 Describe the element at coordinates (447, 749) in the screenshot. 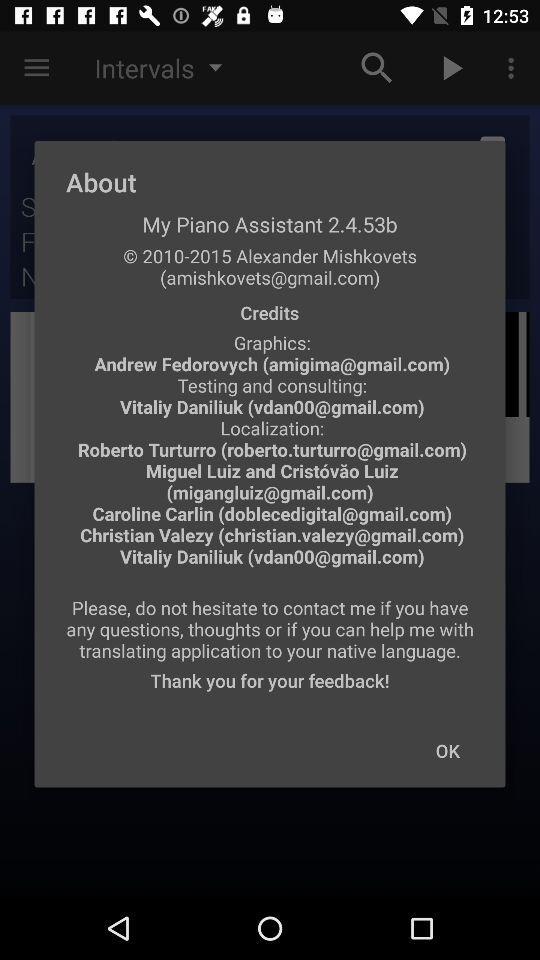

I see `the ok` at that location.